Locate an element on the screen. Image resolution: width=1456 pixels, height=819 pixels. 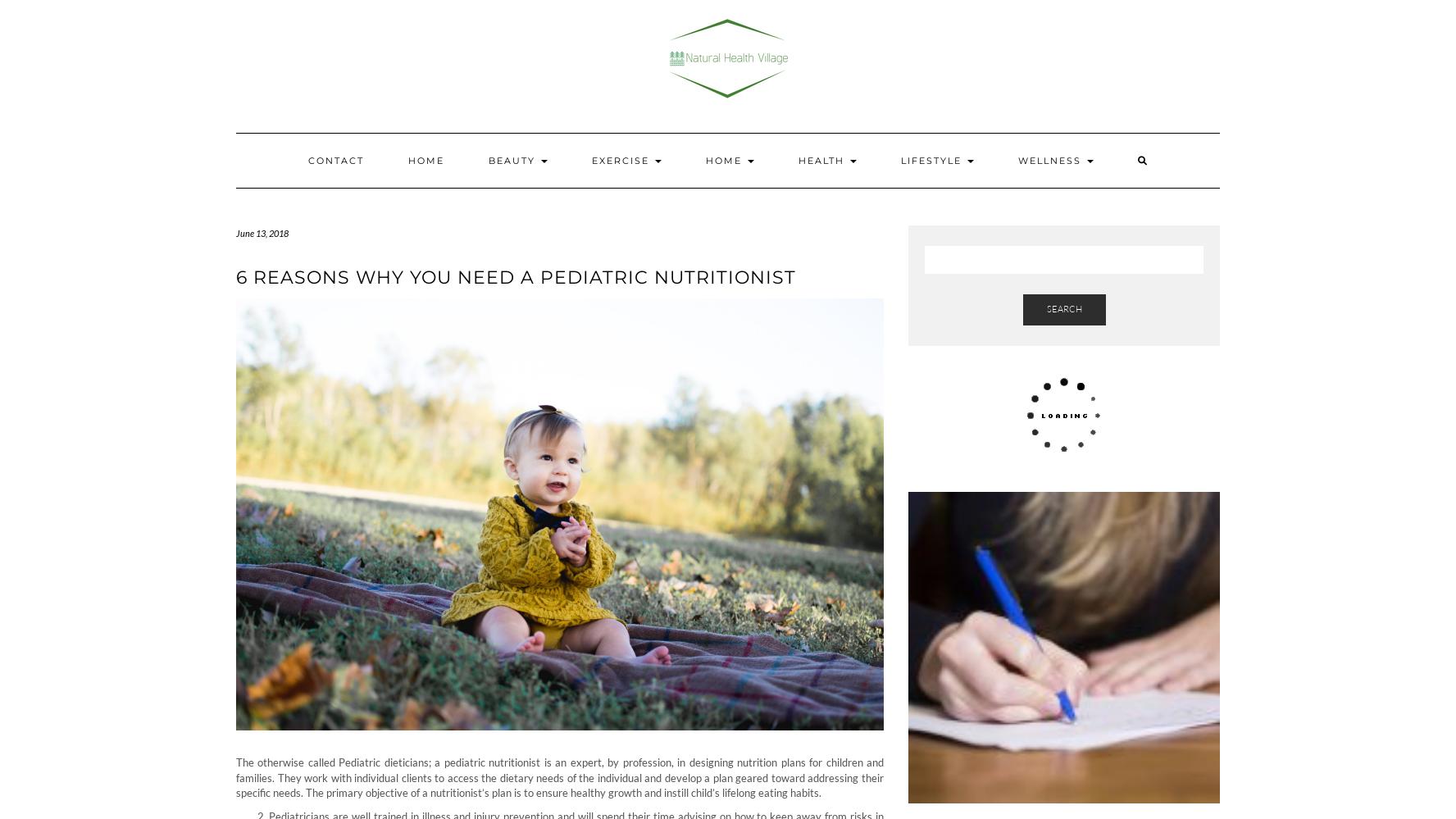
'Wellness' is located at coordinates (1050, 160).